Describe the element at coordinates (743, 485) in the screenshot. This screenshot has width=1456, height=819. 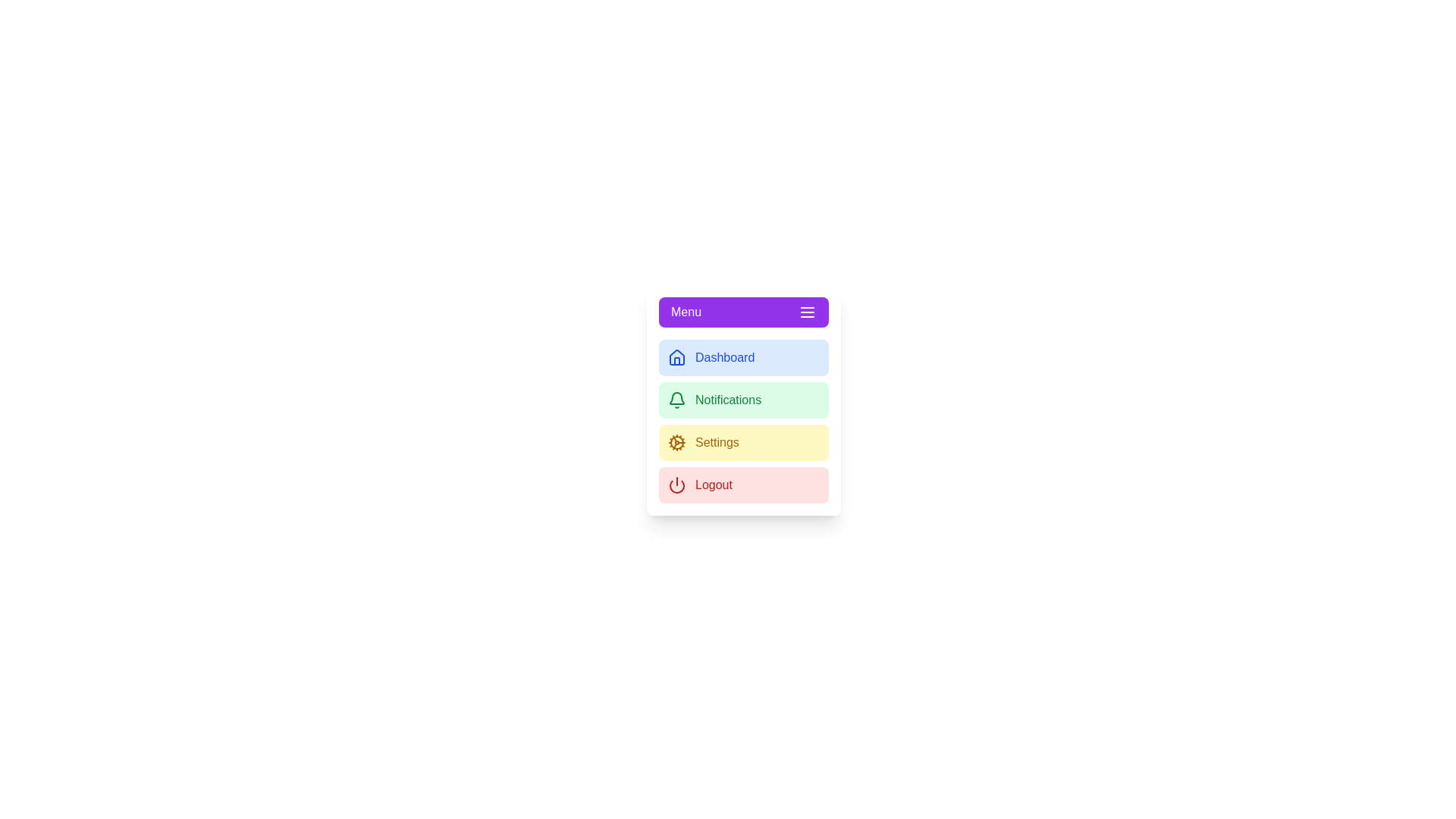
I see `the menu item Logout to observe its hover effect` at that location.